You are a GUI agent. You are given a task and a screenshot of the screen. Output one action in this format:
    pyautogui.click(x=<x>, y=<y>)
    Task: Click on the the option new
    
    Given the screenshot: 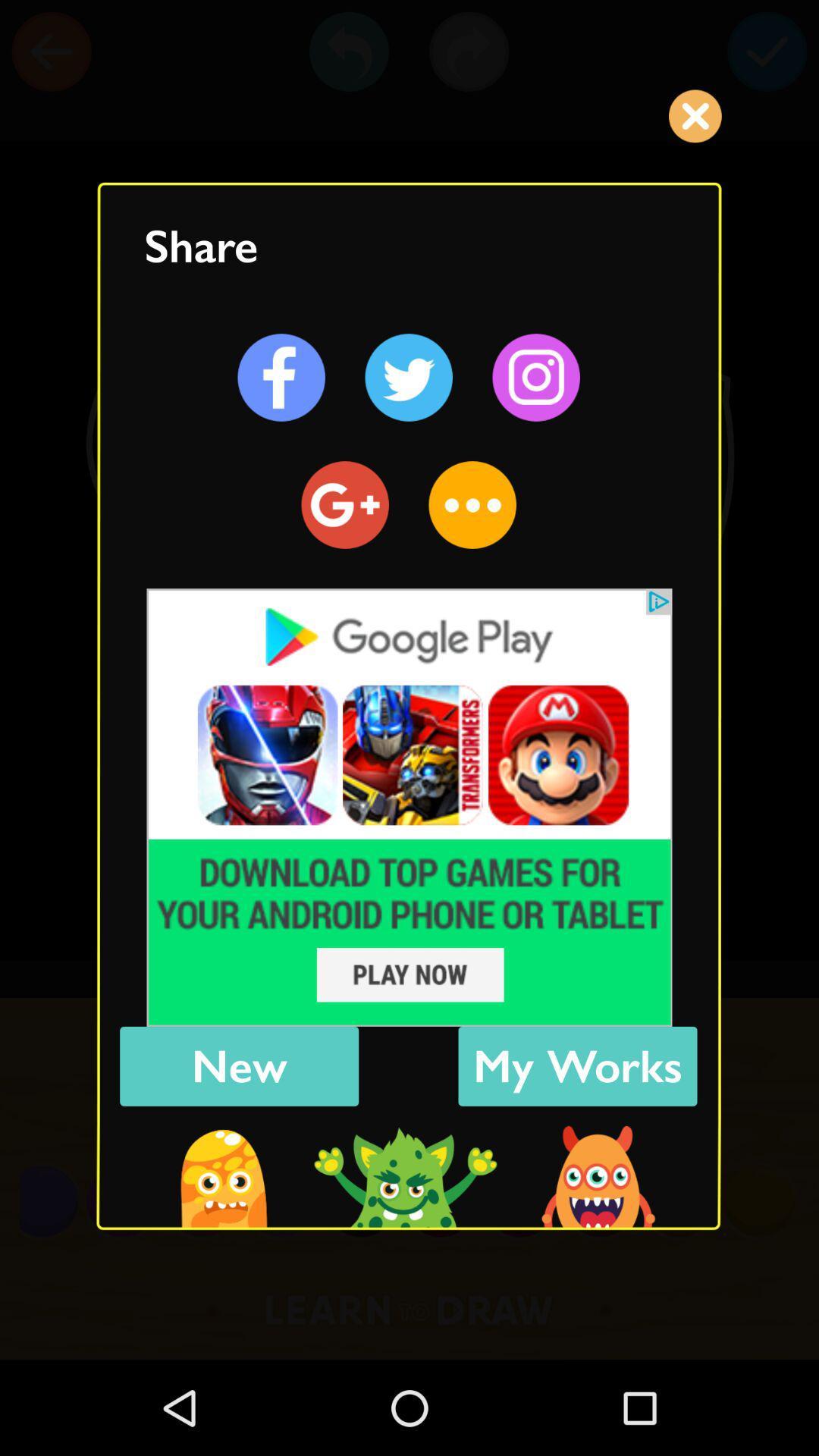 What is the action you would take?
    pyautogui.click(x=239, y=1065)
    